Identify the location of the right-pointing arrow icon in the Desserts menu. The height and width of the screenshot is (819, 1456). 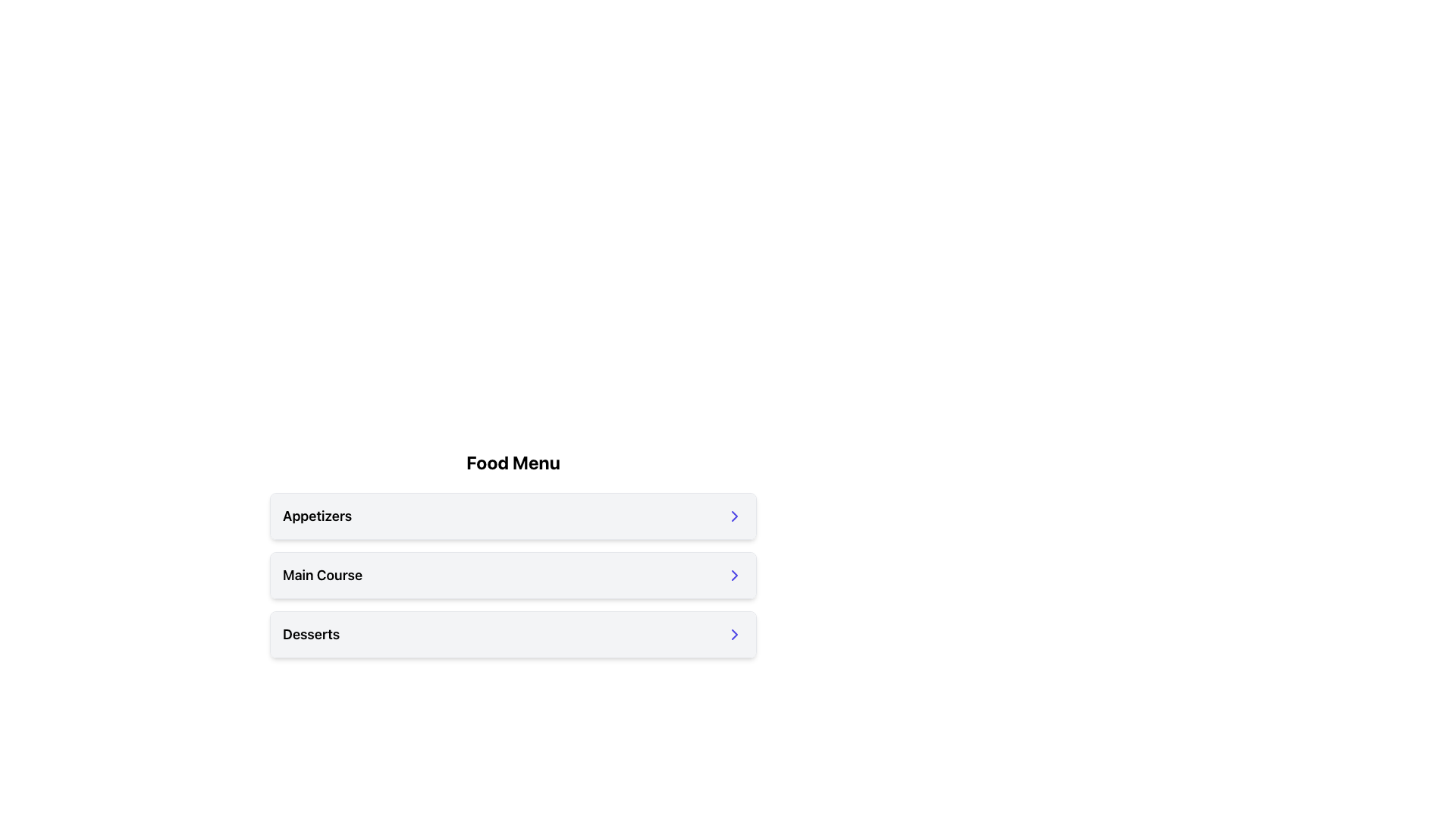
(735, 635).